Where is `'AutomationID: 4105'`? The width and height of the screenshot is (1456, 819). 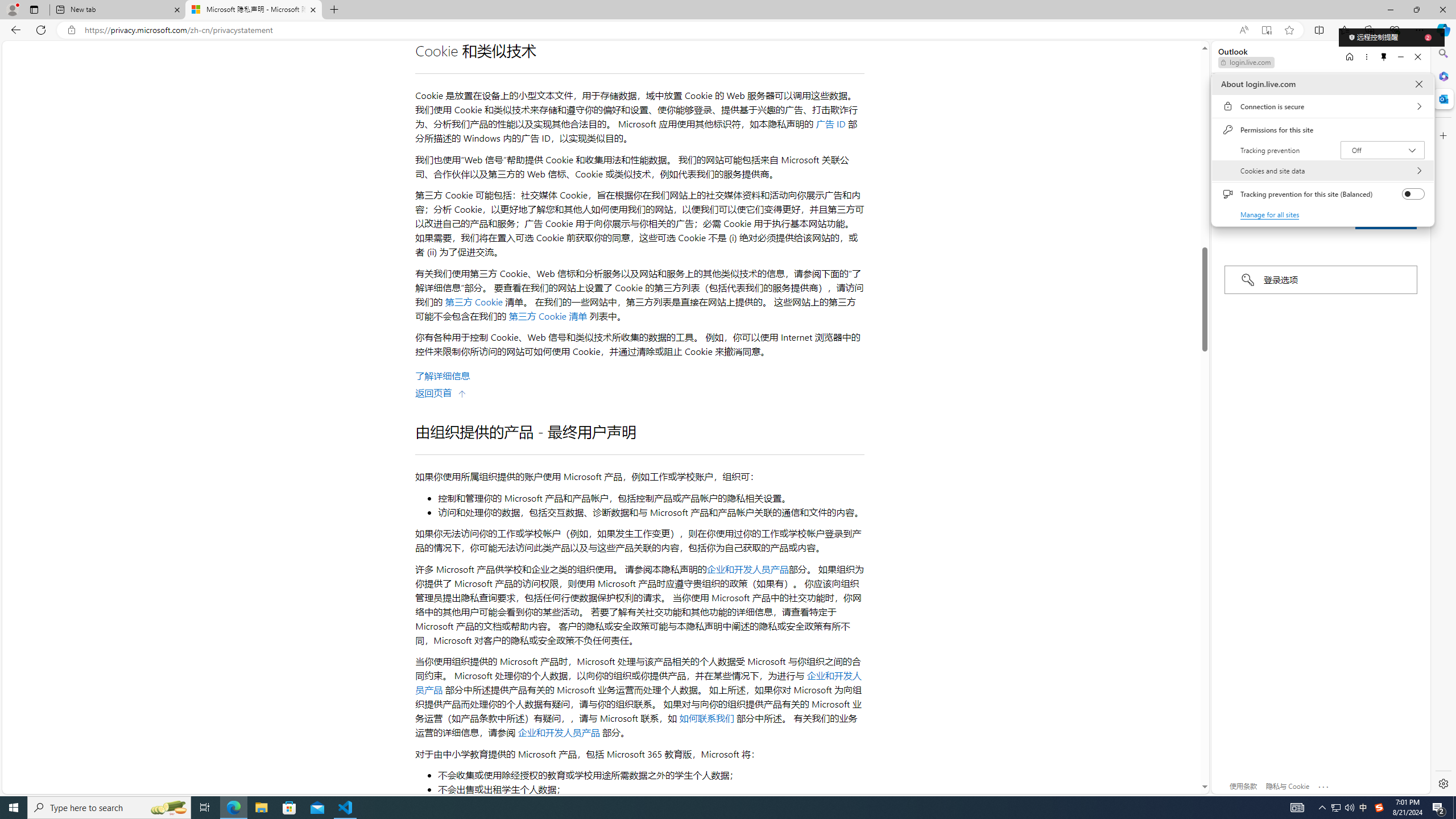 'AutomationID: 4105' is located at coordinates (1296, 806).